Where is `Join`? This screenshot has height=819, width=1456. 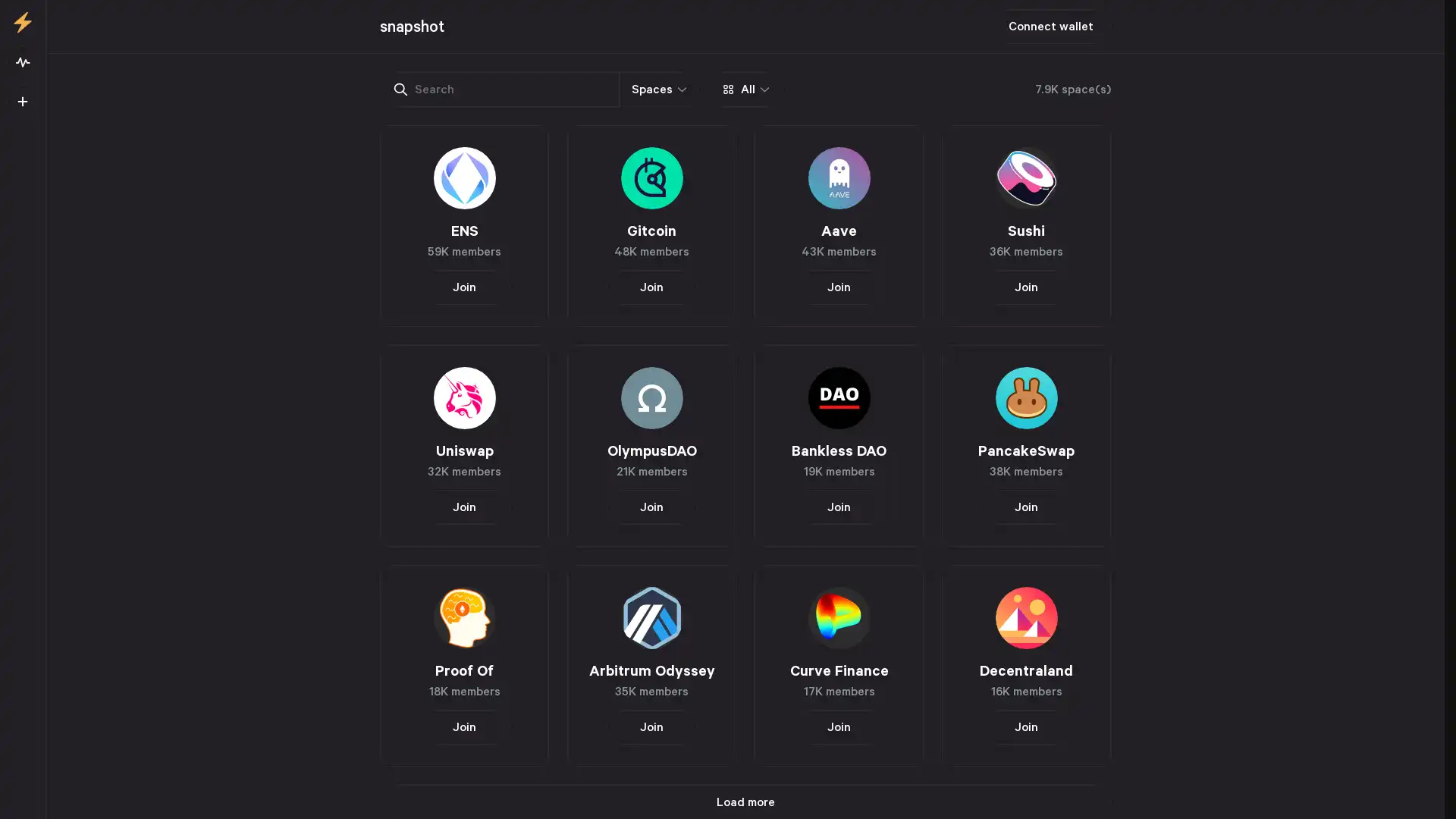 Join is located at coordinates (651, 287).